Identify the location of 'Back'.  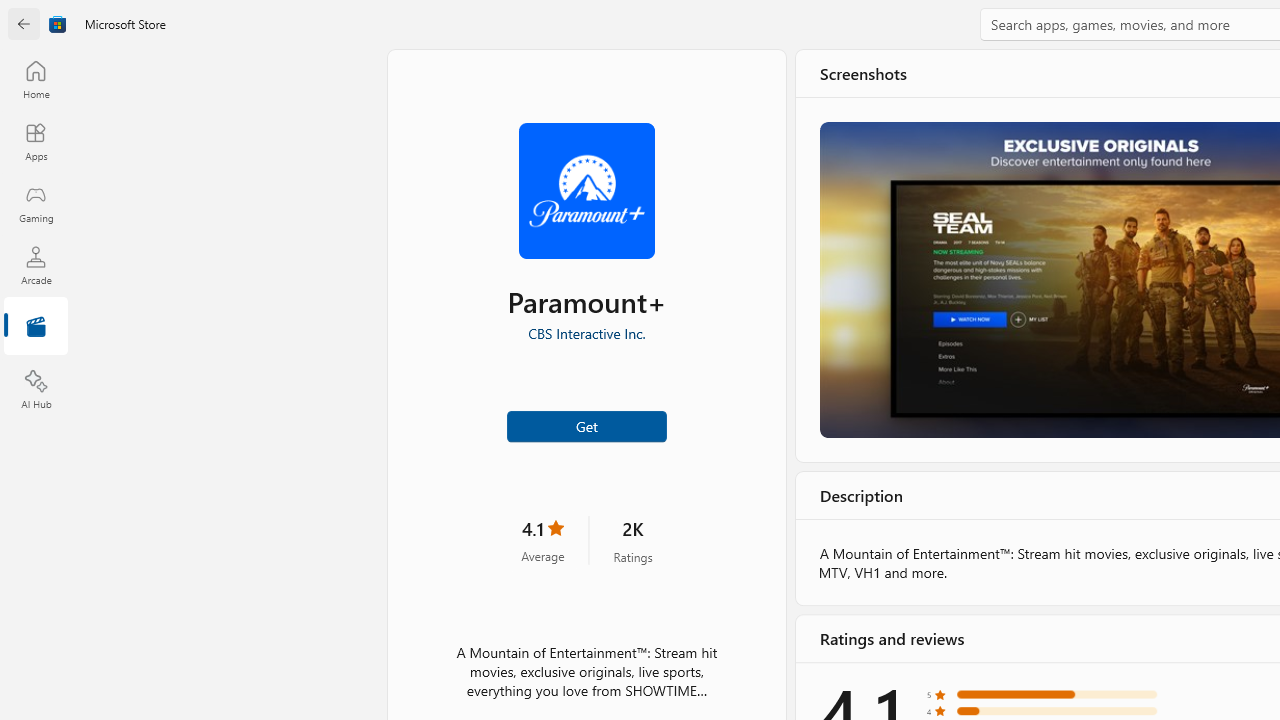
(24, 24).